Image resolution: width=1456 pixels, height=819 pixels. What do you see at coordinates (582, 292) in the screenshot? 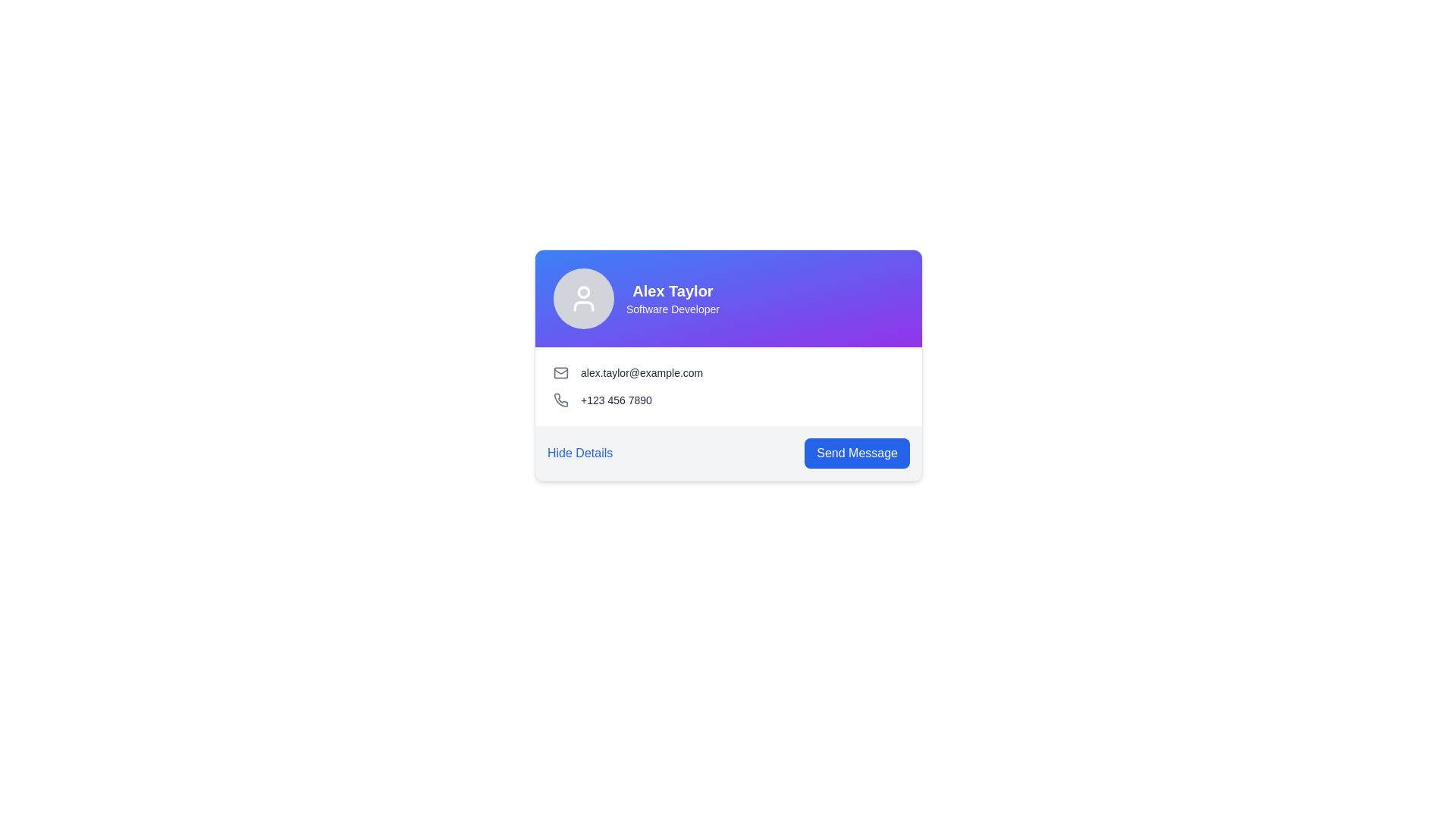
I see `the unfilled circular shape representing the user's head within the user profile icon in the card layout` at bounding box center [582, 292].